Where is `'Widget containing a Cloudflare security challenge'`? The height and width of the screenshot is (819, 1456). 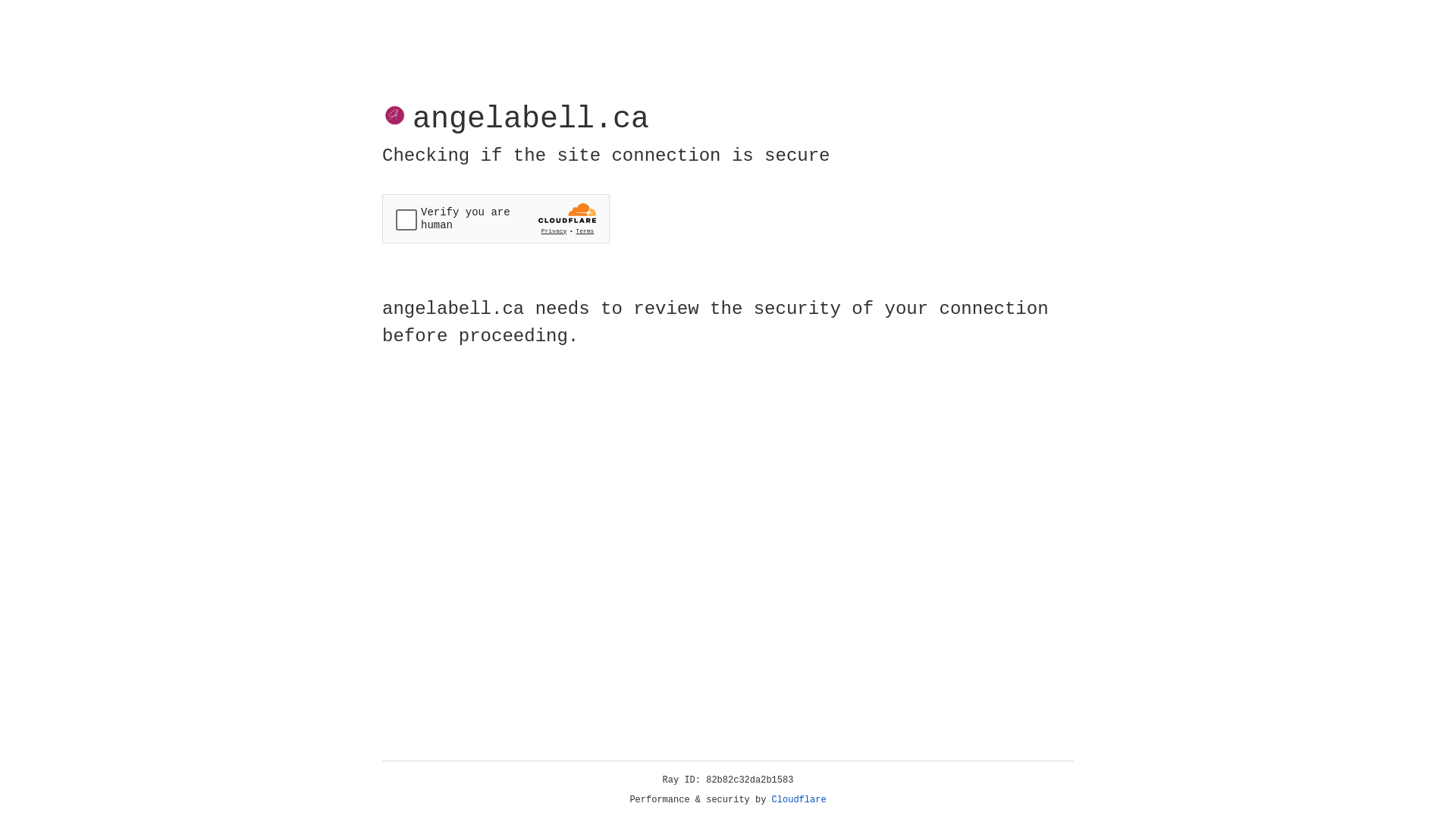 'Widget containing a Cloudflare security challenge' is located at coordinates (495, 218).